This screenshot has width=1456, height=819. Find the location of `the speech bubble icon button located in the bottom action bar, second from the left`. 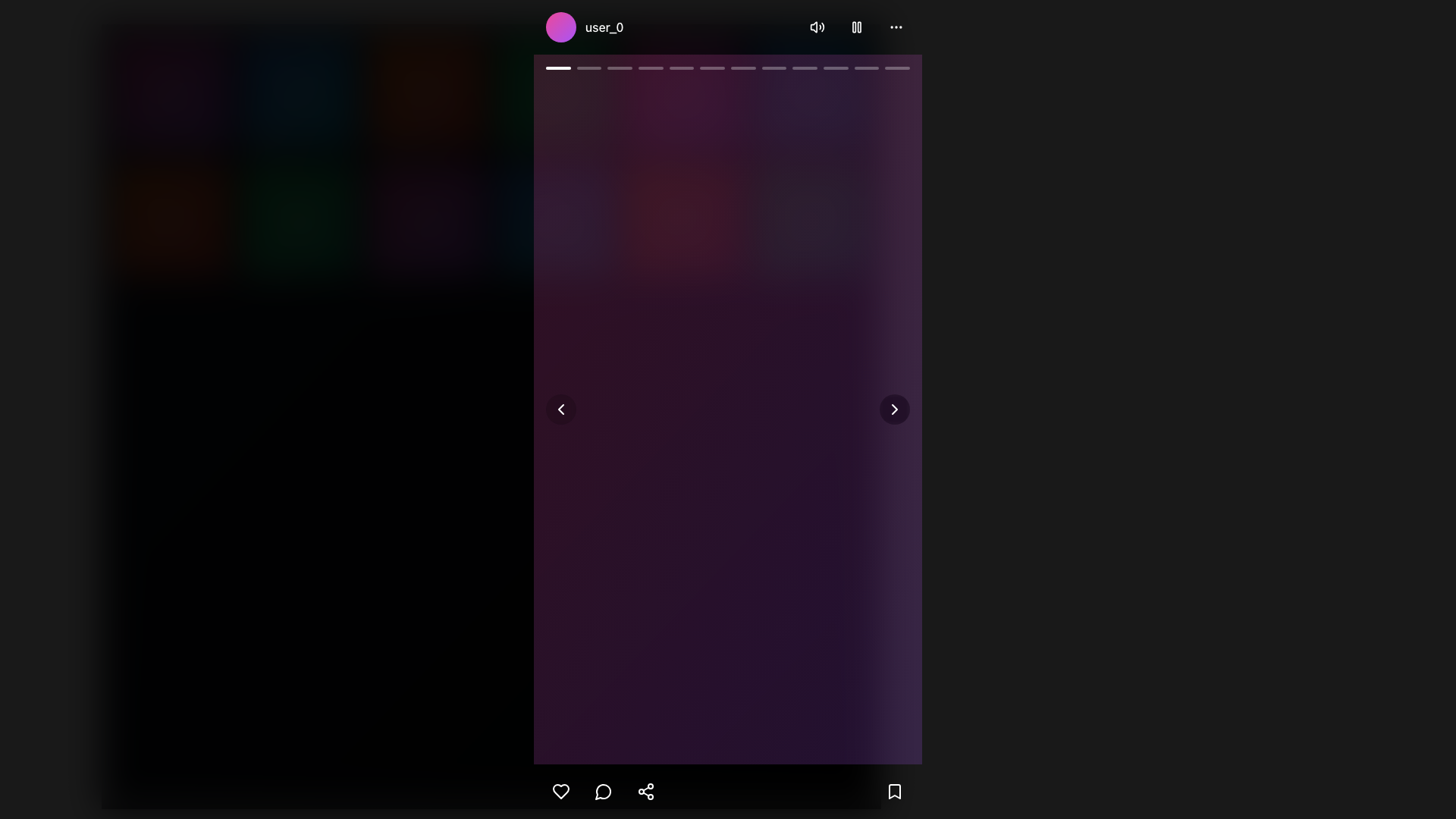

the speech bubble icon button located in the bottom action bar, second from the left is located at coordinates (602, 791).